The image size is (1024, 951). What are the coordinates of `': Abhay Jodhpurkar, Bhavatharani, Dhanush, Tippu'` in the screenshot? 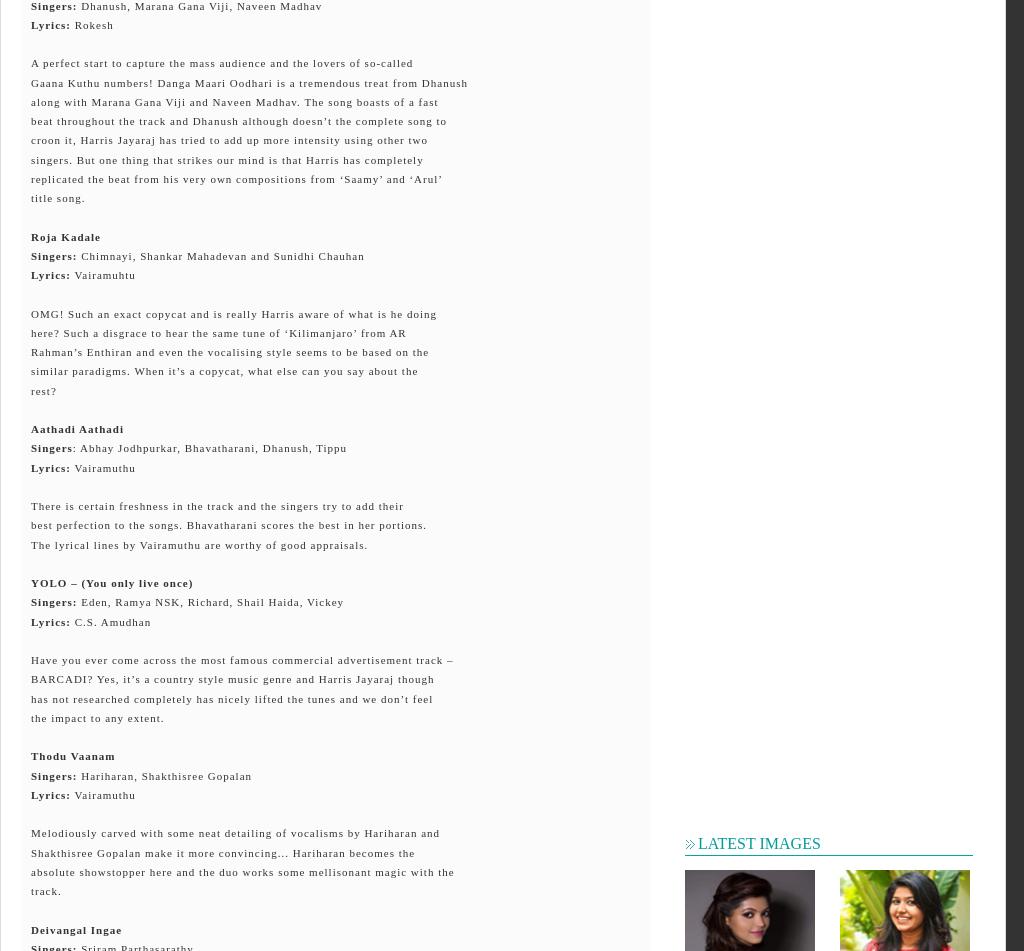 It's located at (70, 448).